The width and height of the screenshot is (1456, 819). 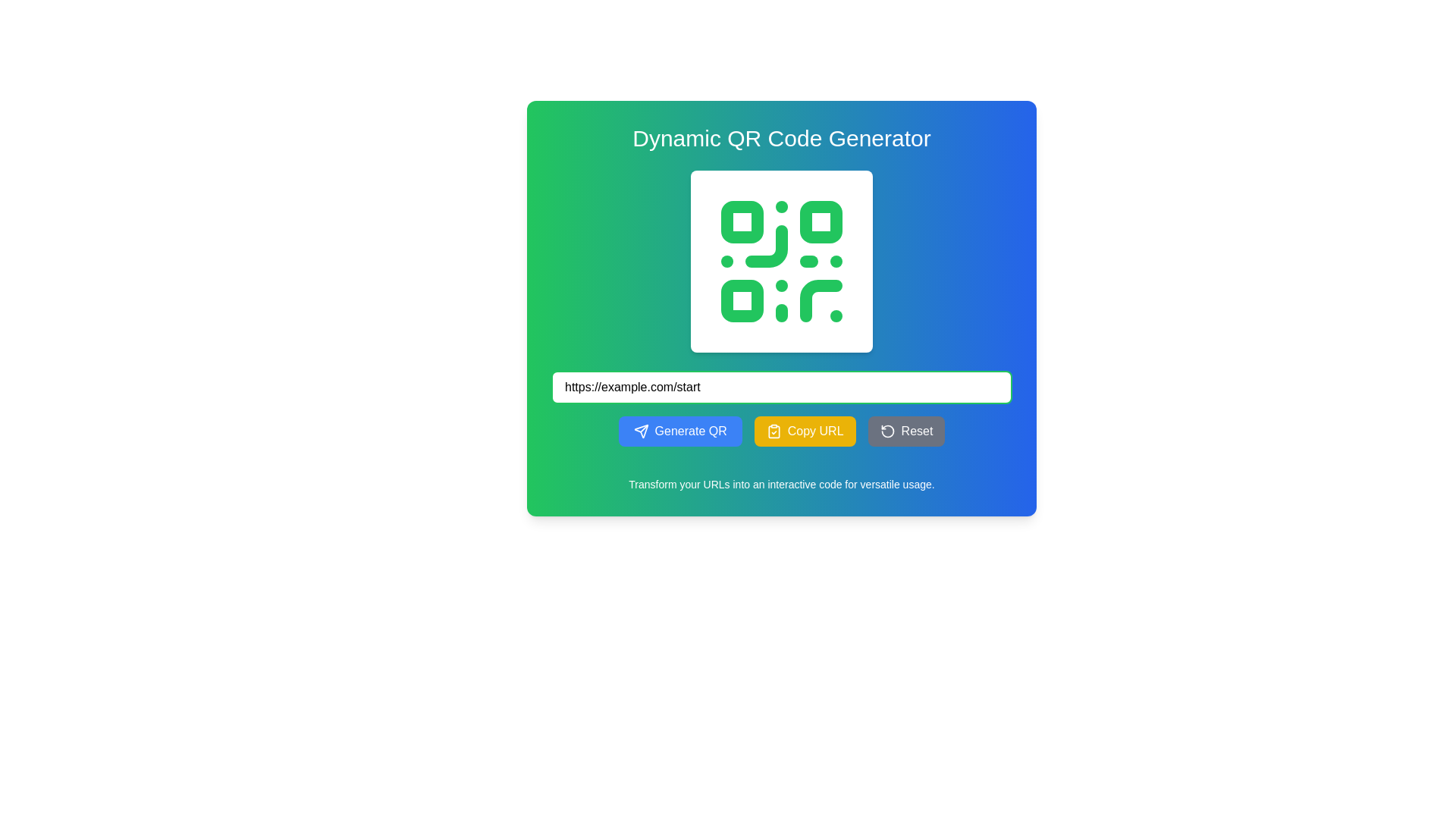 What do you see at coordinates (887, 431) in the screenshot?
I see `the primary circular portion of the counterclockwise rotation icon, which is located near the top-right corner of the interface, adjacent to the 'Reset' button, as it is likely interactive` at bounding box center [887, 431].